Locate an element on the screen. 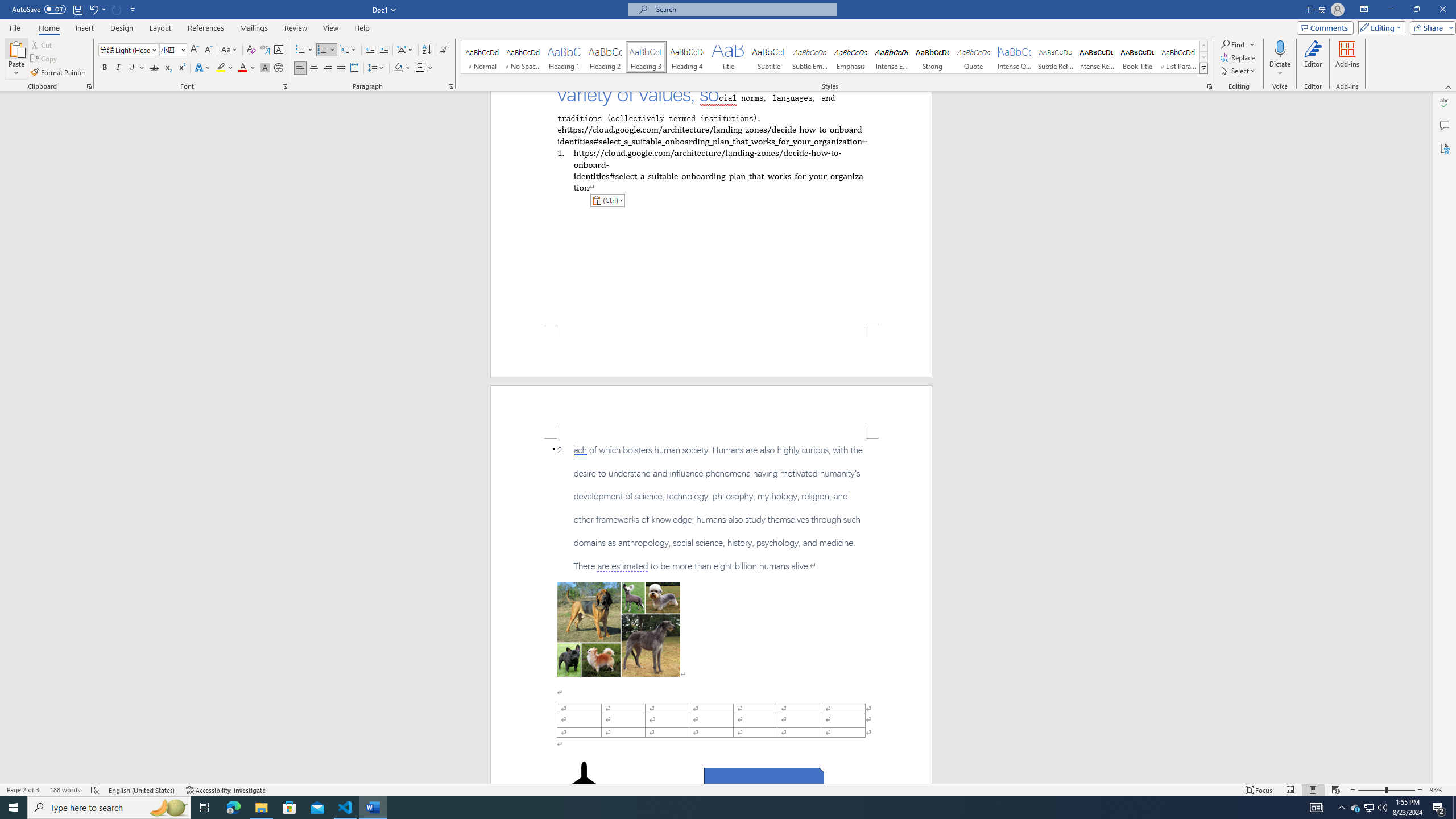  'Quote' is located at coordinates (974, 56).